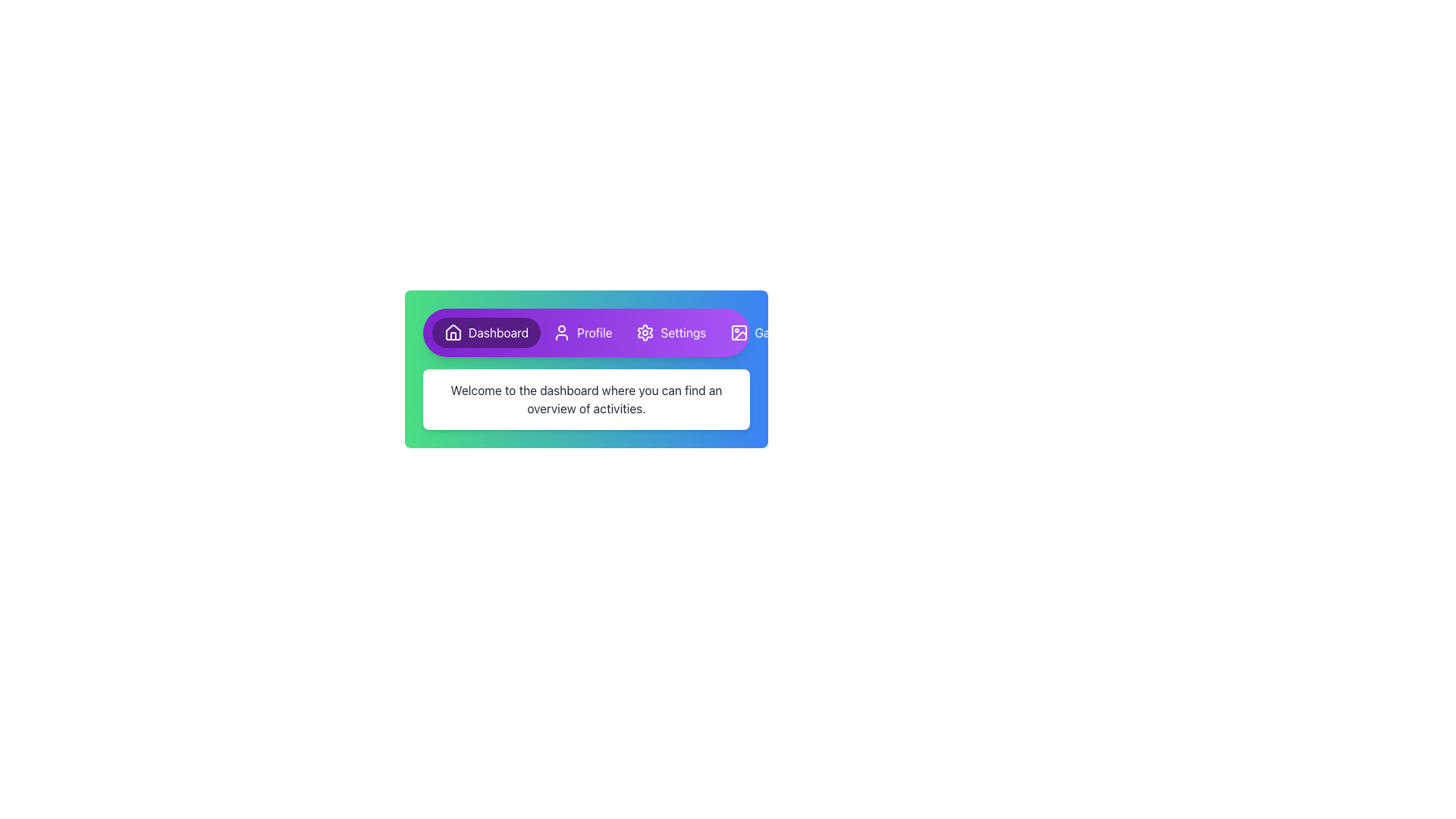  Describe the element at coordinates (670, 332) in the screenshot. I see `the purple 'Settings' button with a white gear icon located at the top-center of the UI to trigger the hover effect` at that location.